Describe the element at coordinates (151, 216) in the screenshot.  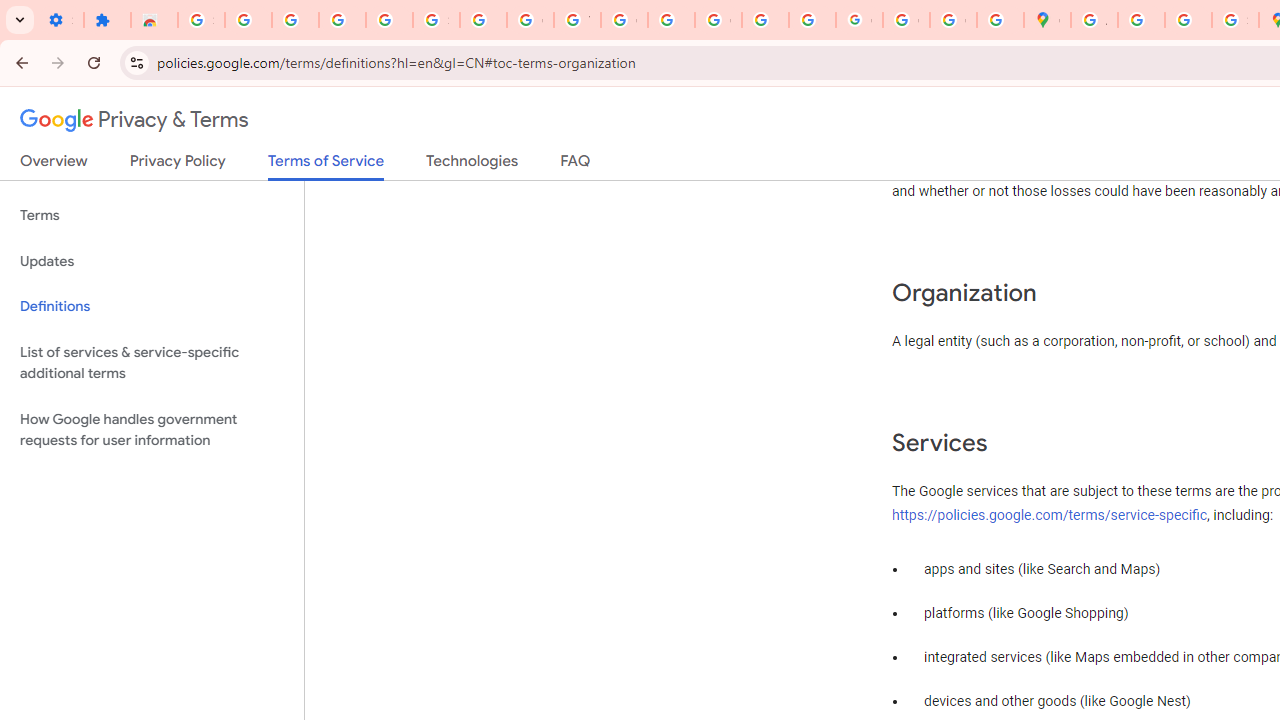
I see `'Terms'` at that location.